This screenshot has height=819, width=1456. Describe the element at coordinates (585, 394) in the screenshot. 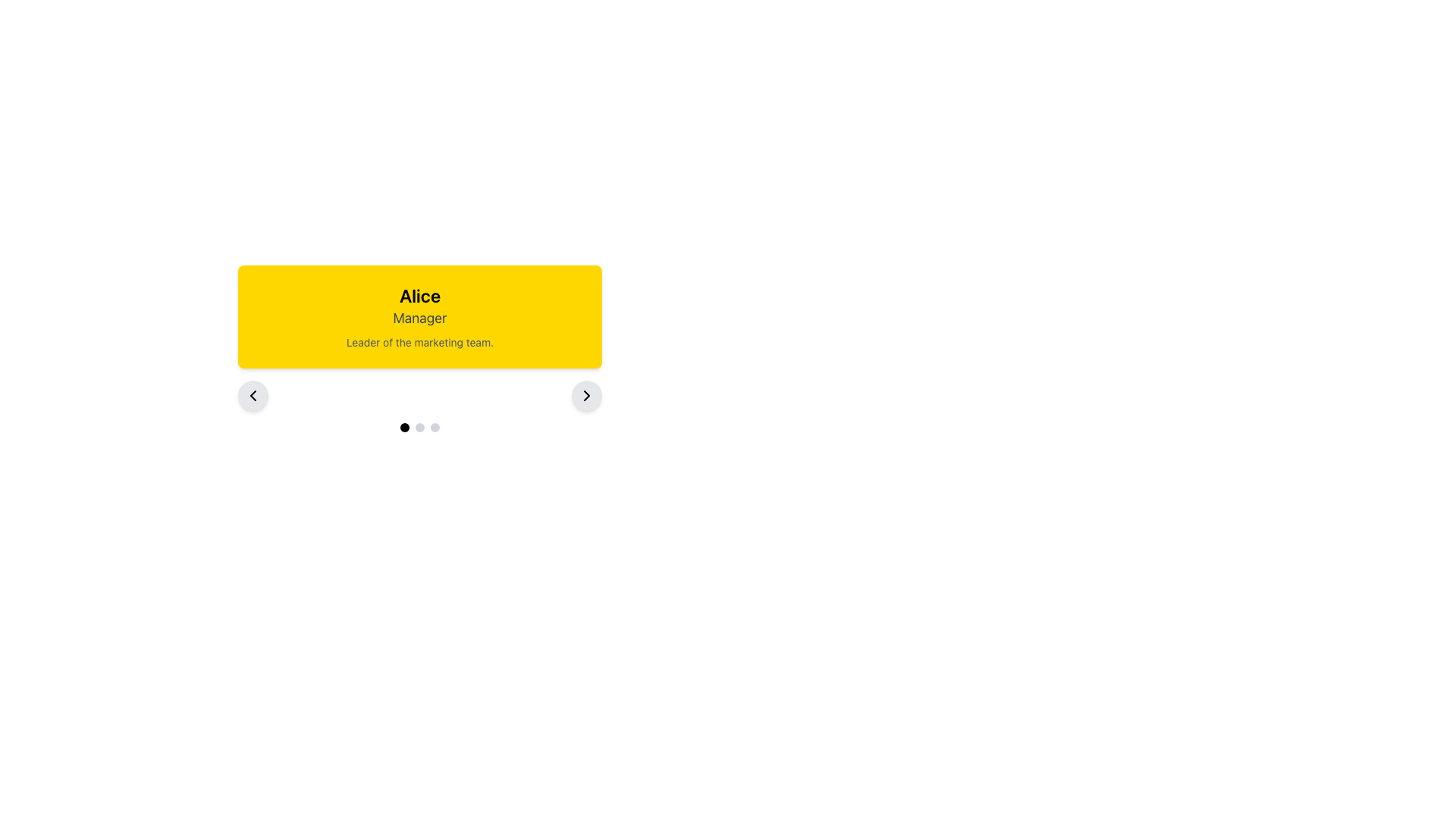

I see `the small circular button with a gray background and a rightward-pointing chevron icon, located towards the bottom right of the 'Alice - Manager' yellow content box` at that location.